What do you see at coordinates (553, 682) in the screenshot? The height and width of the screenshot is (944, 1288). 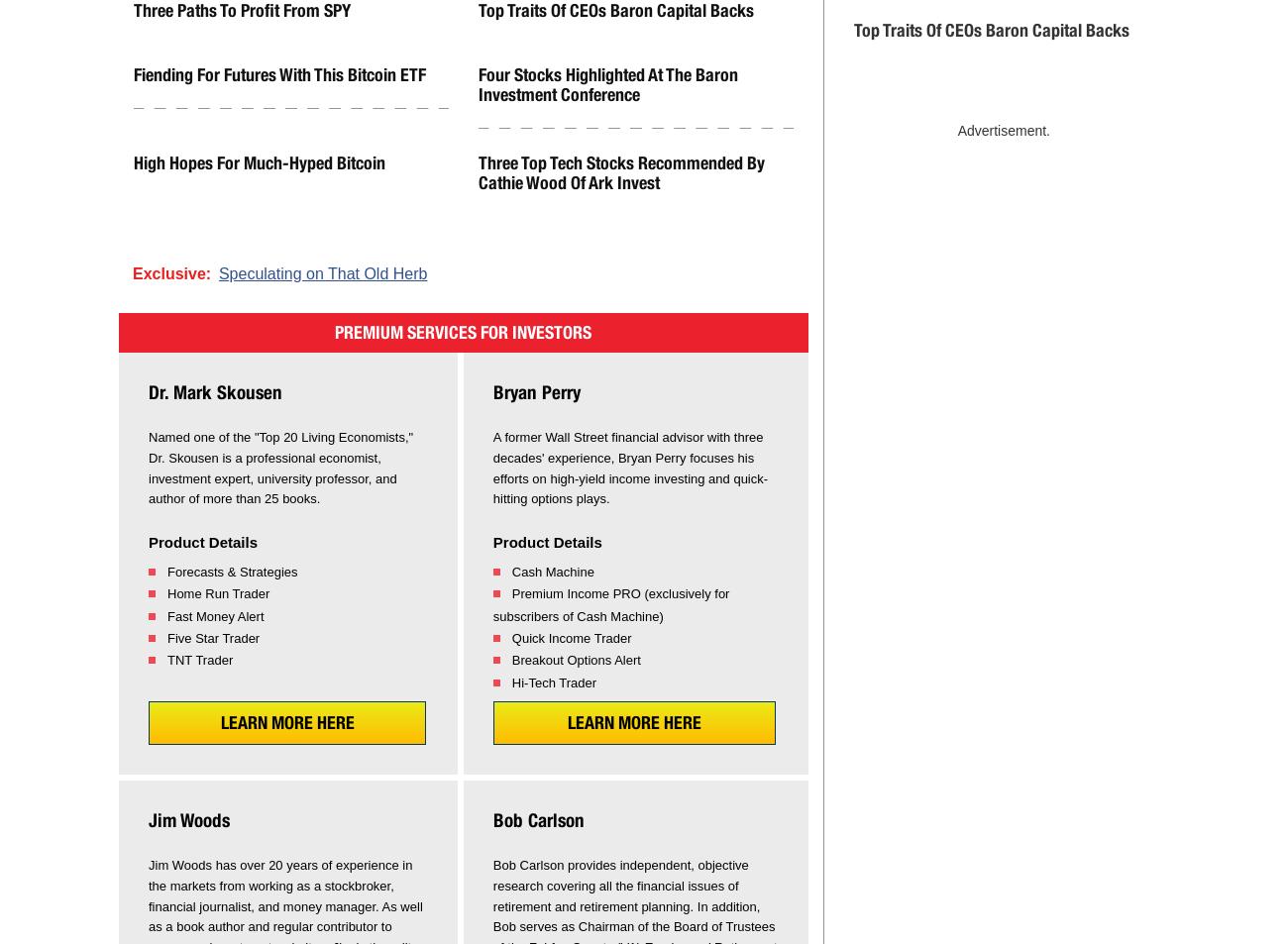 I see `'Hi-Tech Trader'` at bounding box center [553, 682].